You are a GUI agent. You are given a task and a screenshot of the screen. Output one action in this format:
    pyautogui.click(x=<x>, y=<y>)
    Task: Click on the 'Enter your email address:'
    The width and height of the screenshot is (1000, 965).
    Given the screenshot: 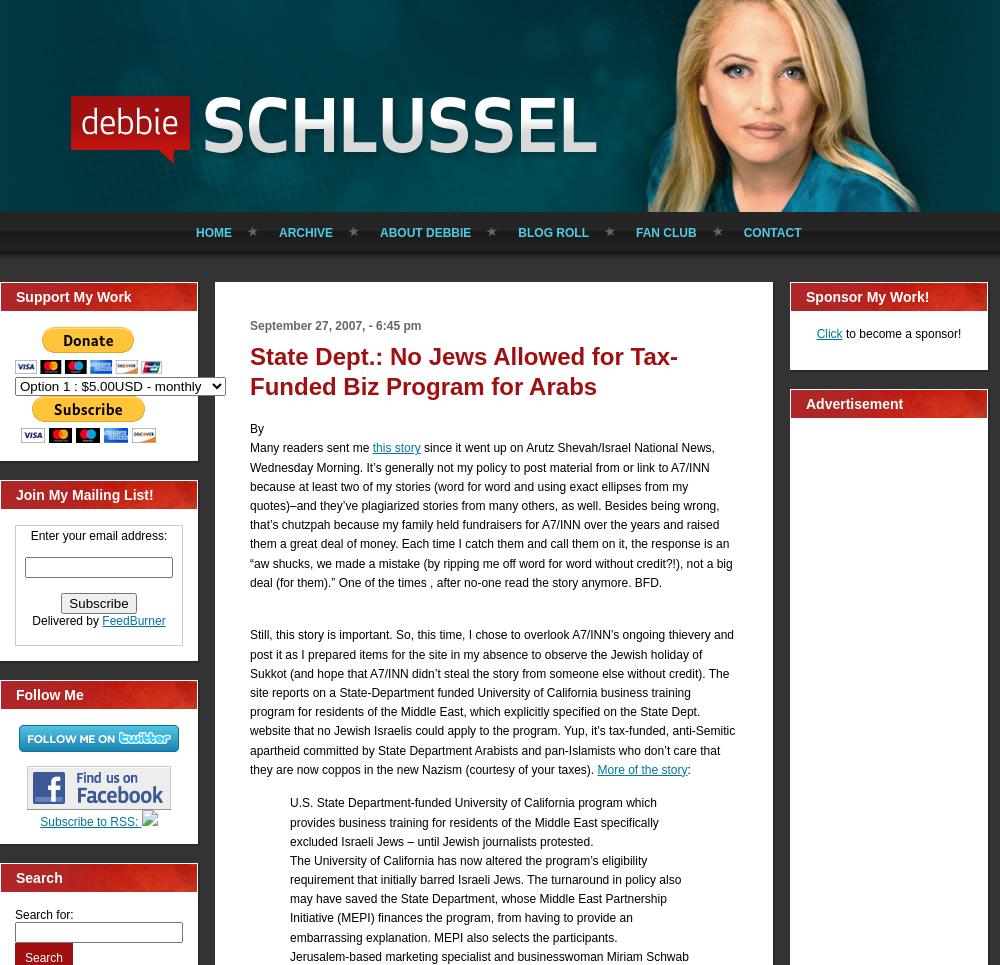 What is the action you would take?
    pyautogui.click(x=97, y=534)
    